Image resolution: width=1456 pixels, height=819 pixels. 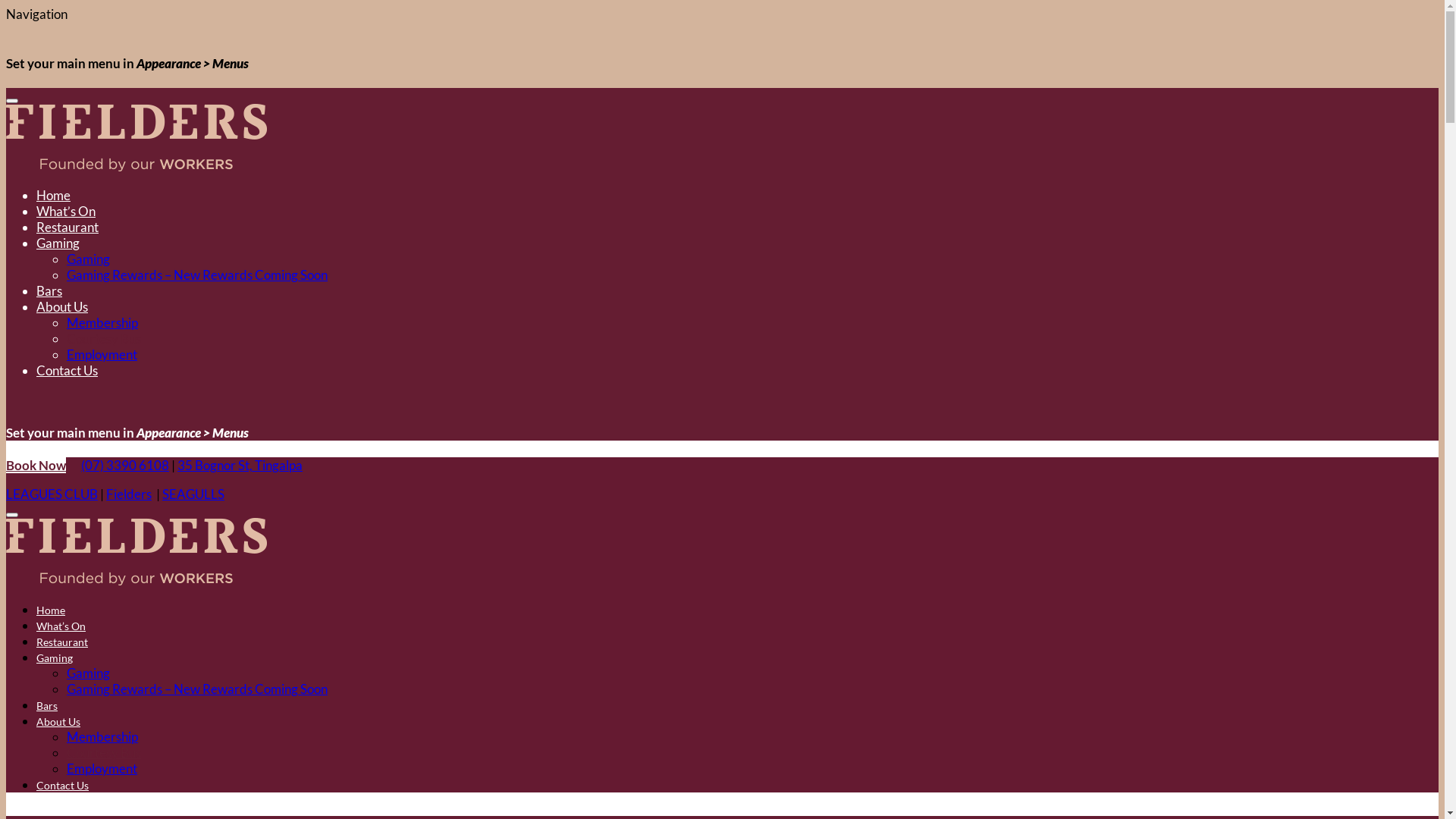 What do you see at coordinates (128, 494) in the screenshot?
I see `'Fielders'` at bounding box center [128, 494].